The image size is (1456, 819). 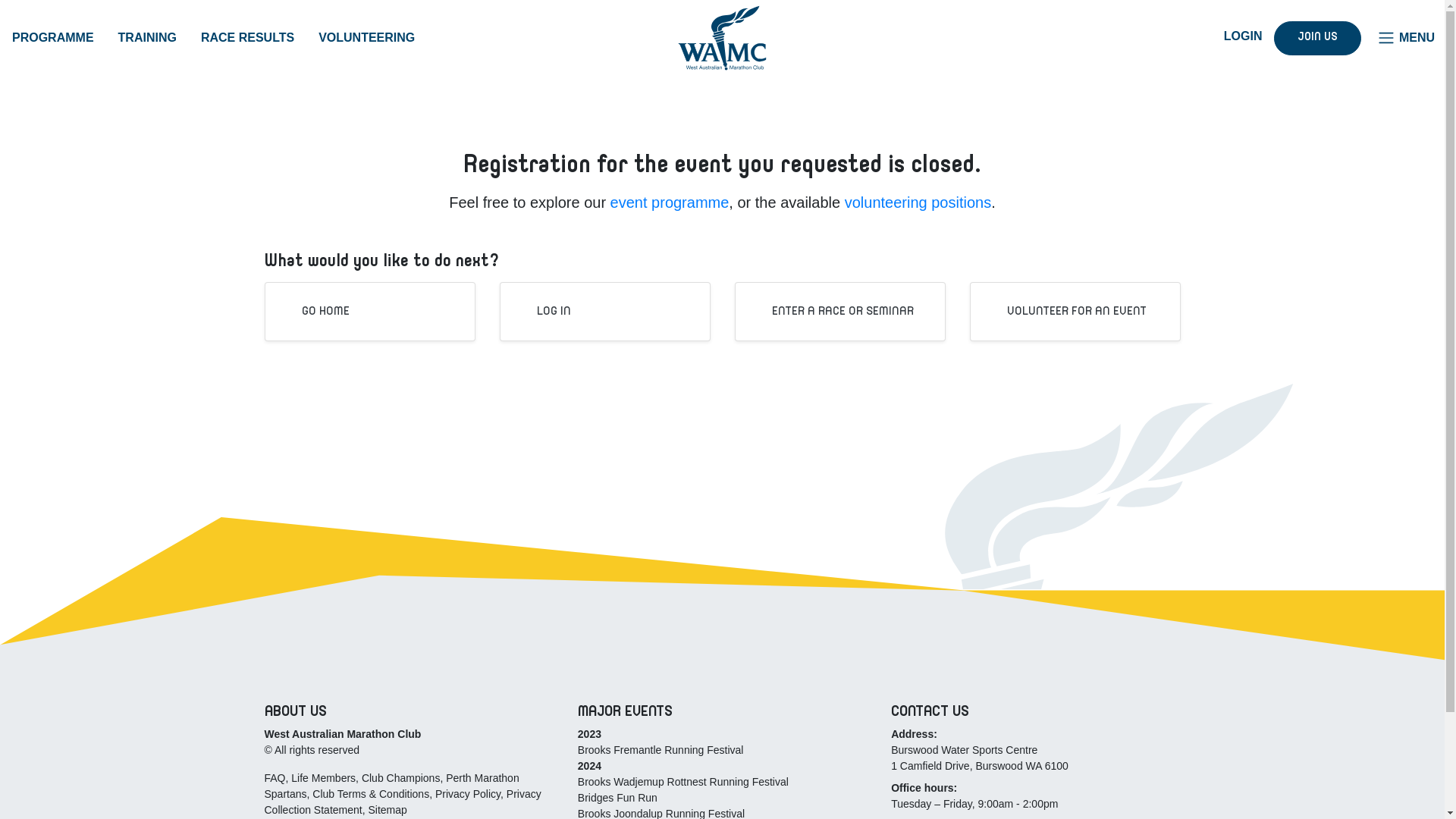 What do you see at coordinates (247, 37) in the screenshot?
I see `'RACE RESULTS'` at bounding box center [247, 37].